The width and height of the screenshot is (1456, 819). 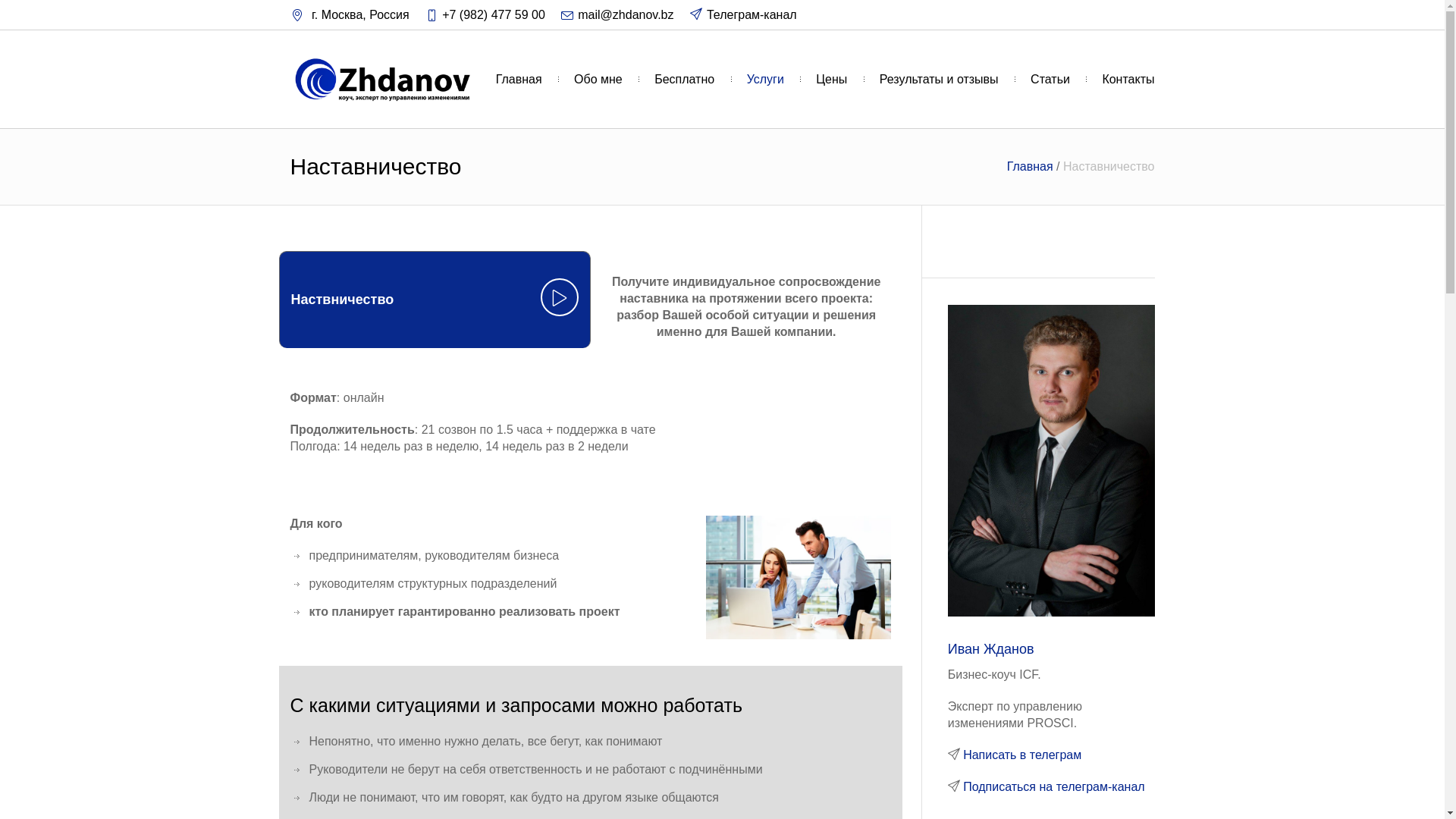 I want to click on 'mail@zhdanov.bz', so click(x=626, y=14).